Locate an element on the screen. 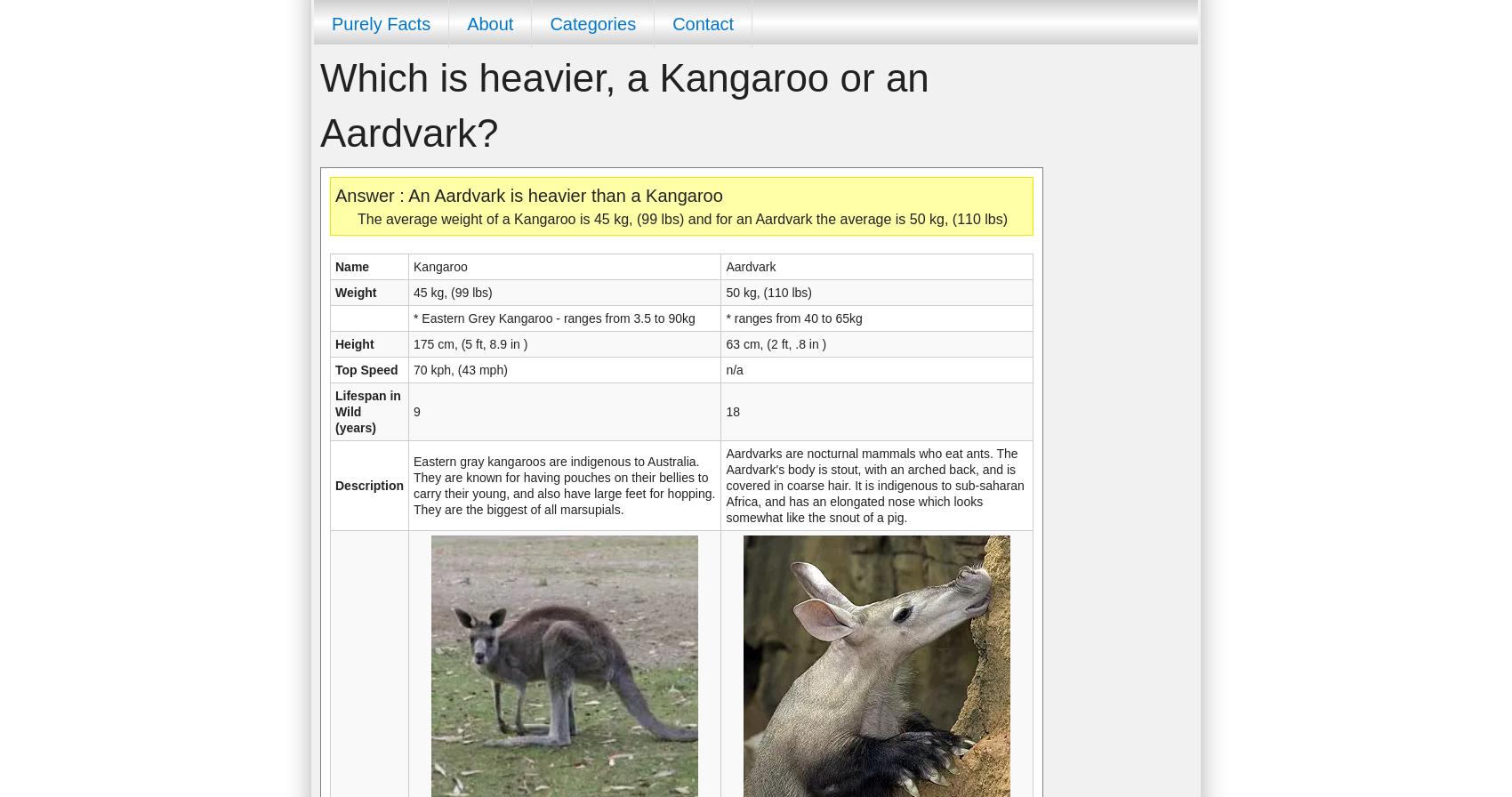  'Eastern gray kangaroos are indigenous to Australia. They are known for having pouches on their bellies to carry their young, and also have large feet for hopping. They are the biggest of all marsupials.' is located at coordinates (563, 486).